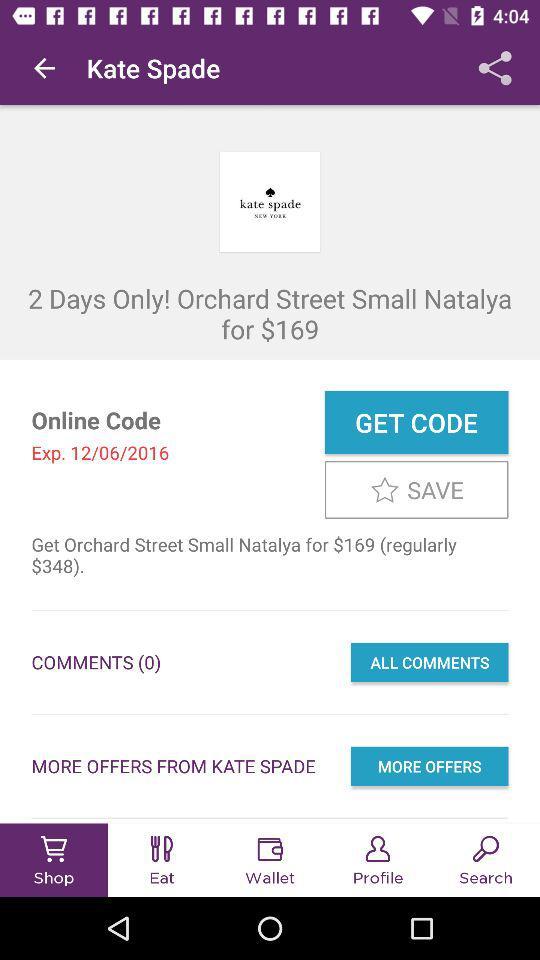 The image size is (540, 960). Describe the element at coordinates (270, 201) in the screenshot. I see `the kate spade logo` at that location.